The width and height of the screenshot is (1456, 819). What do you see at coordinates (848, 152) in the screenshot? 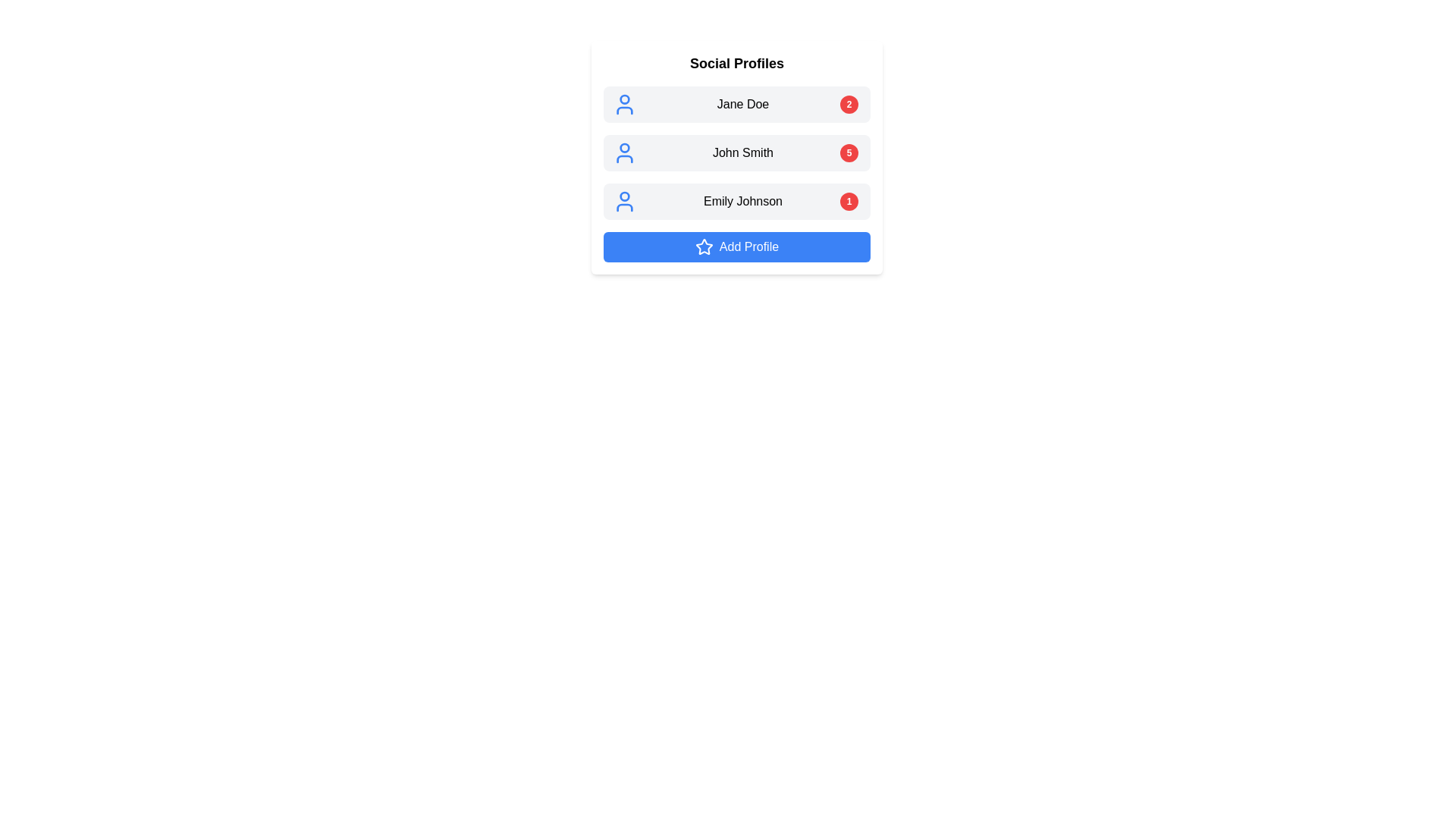
I see `the displayed number on the Badge associated with the 'John Smith' entry, located in the second row, to the right of the text 'John Smith'` at bounding box center [848, 152].